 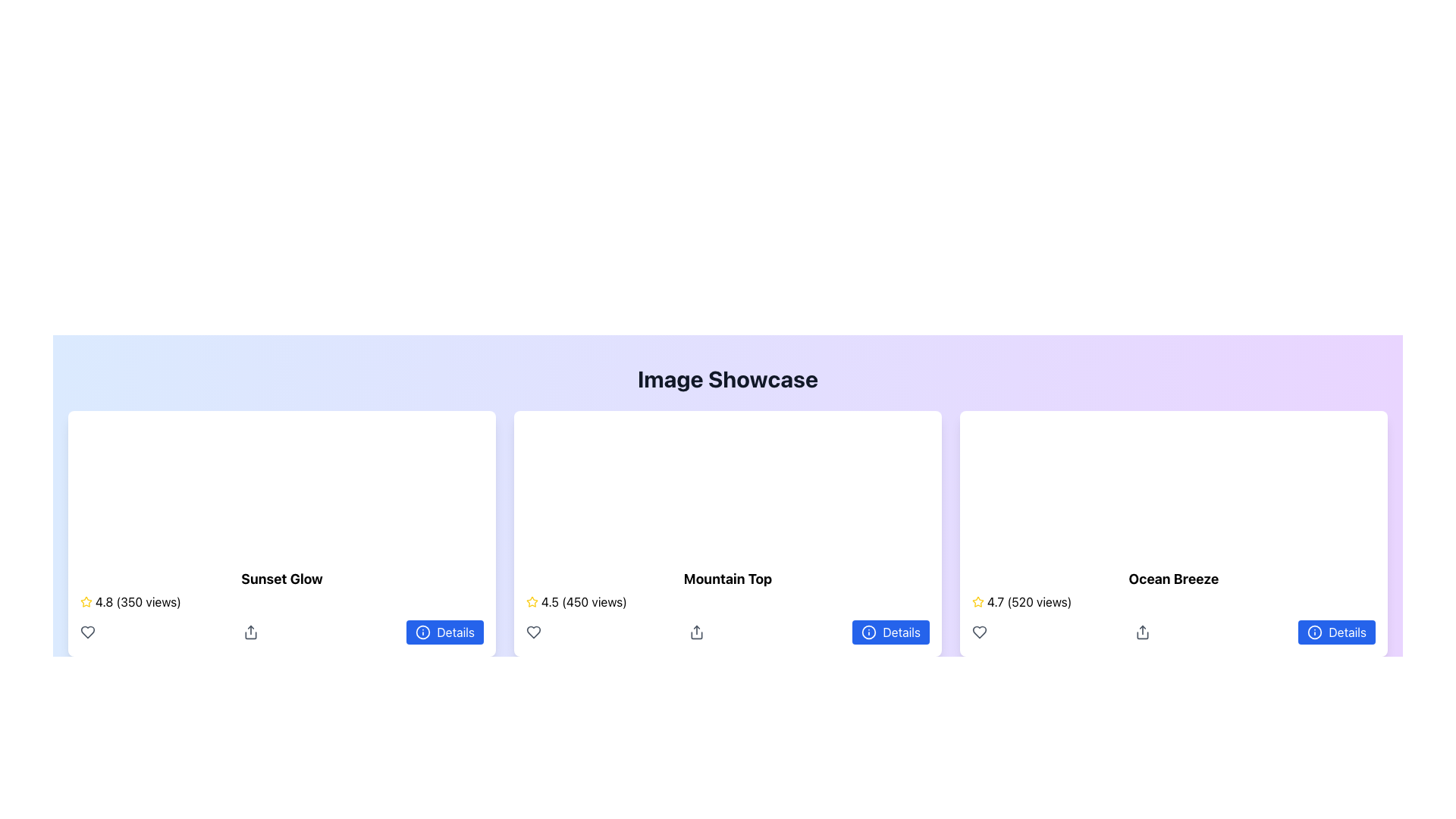 I want to click on the rectangular button with a blue background and white text saying 'Details', located at the bottom right of the middle card, so click(x=891, y=632).